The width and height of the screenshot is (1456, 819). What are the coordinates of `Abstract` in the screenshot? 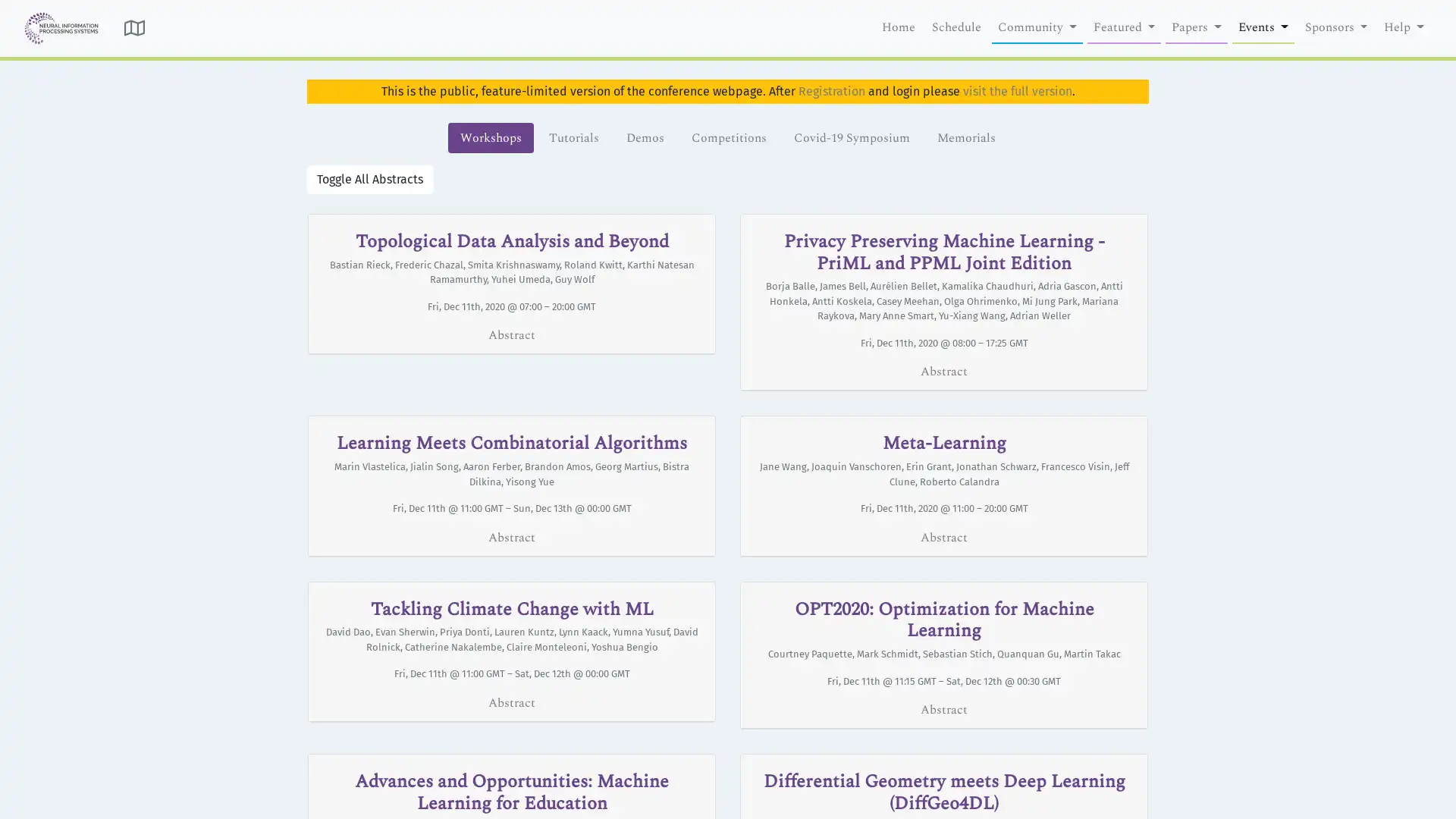 It's located at (943, 371).